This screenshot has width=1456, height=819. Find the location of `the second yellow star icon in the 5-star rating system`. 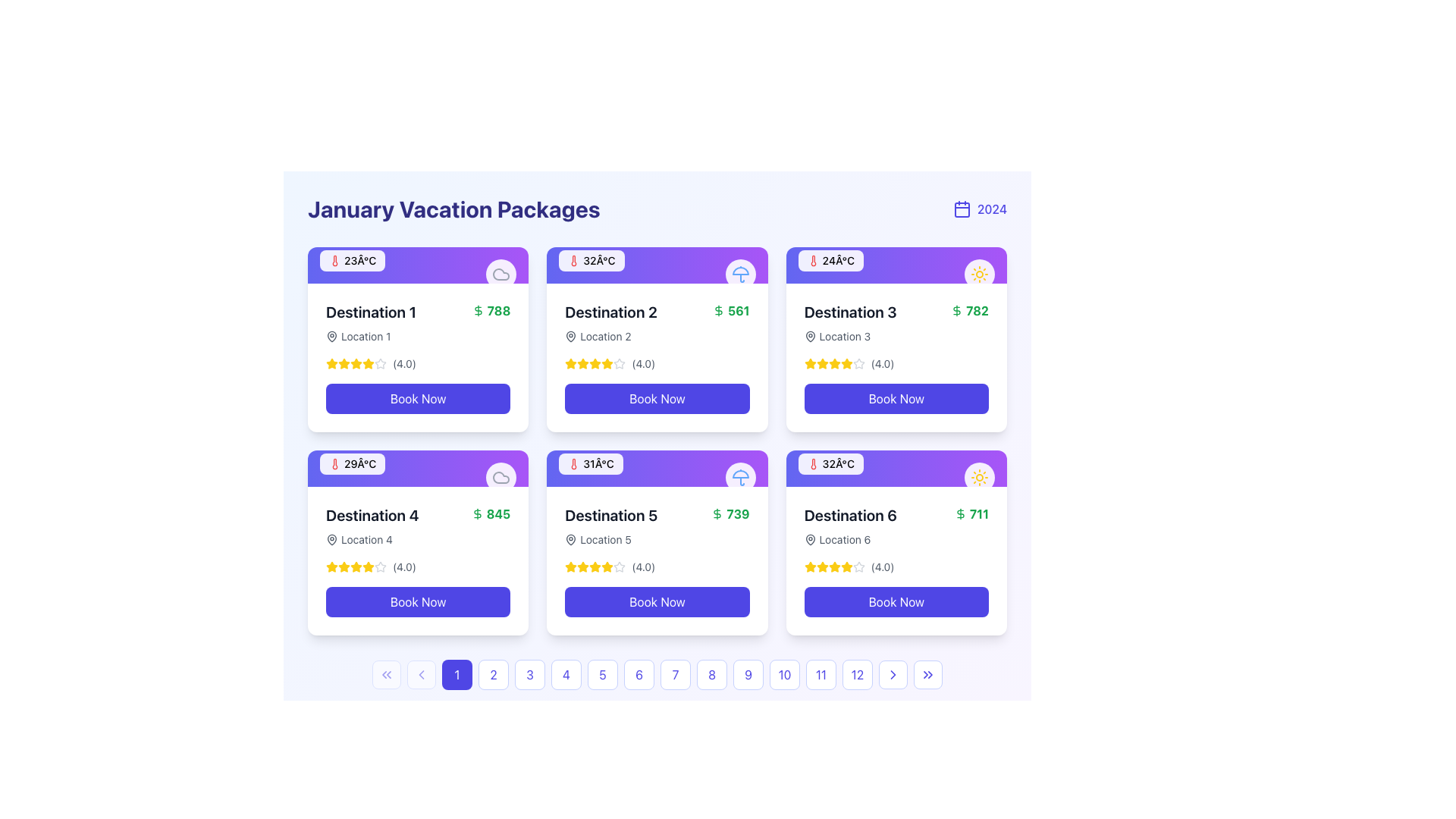

the second yellow star icon in the 5-star rating system is located at coordinates (344, 363).